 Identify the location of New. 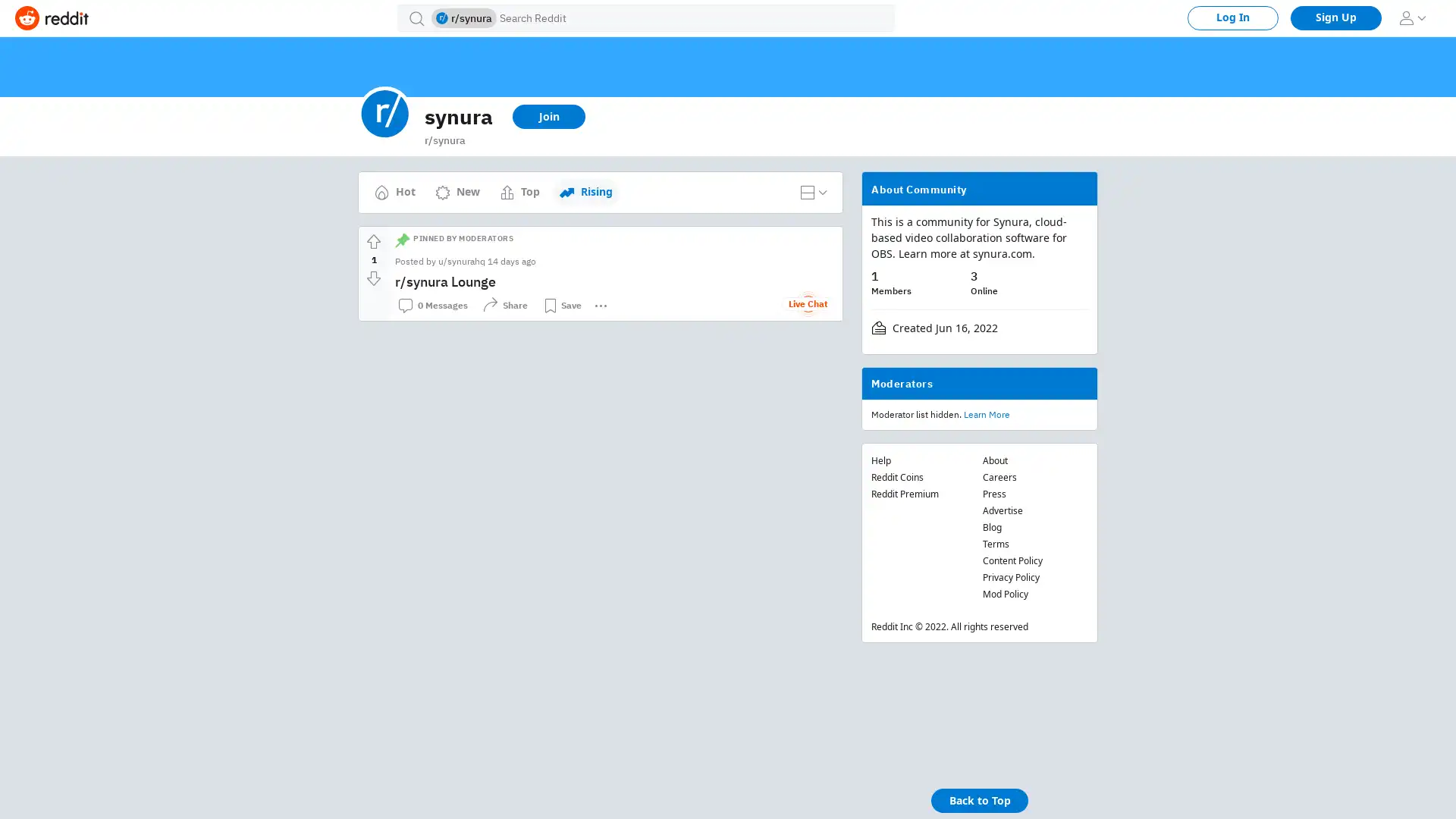
(457, 192).